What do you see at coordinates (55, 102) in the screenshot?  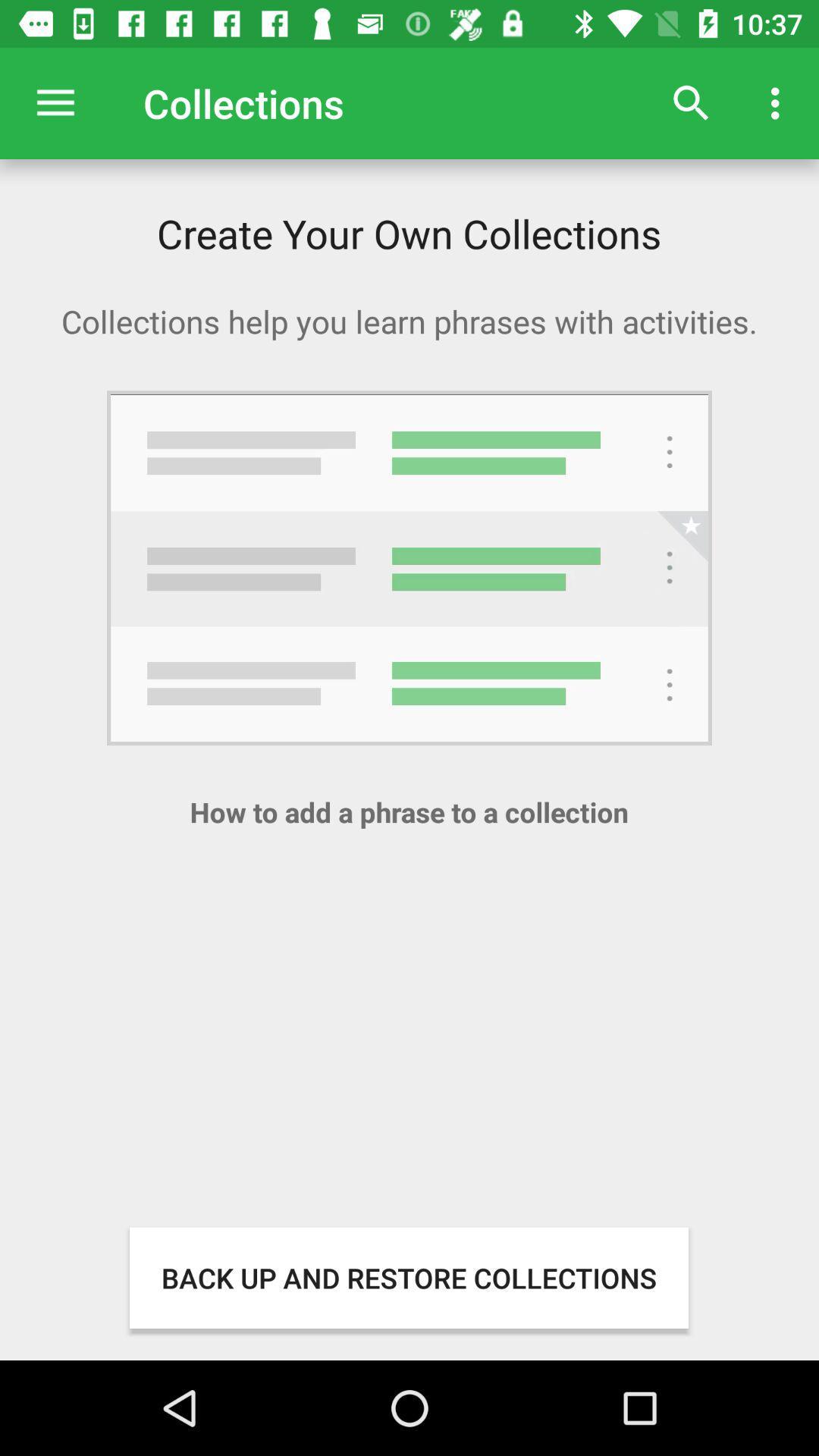 I see `drop down menu` at bounding box center [55, 102].